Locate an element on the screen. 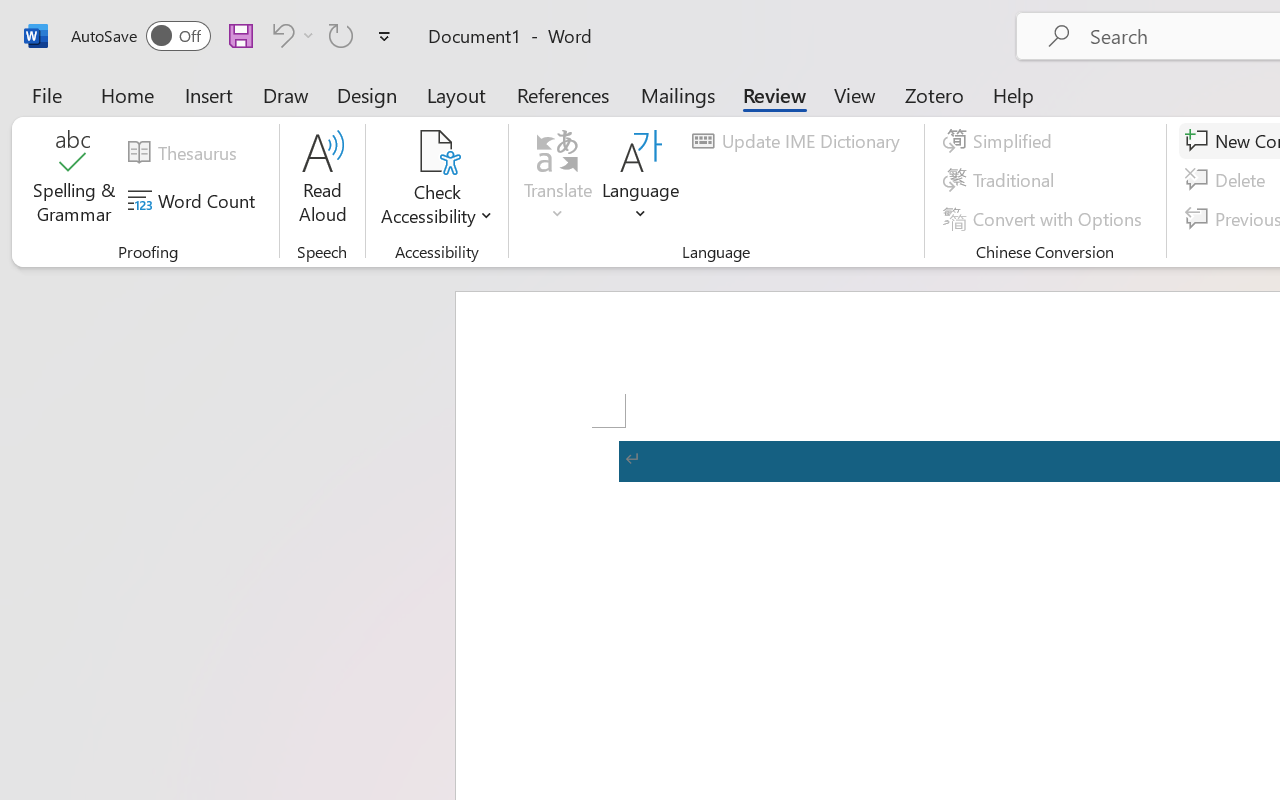  'Word Count' is located at coordinates (194, 201).